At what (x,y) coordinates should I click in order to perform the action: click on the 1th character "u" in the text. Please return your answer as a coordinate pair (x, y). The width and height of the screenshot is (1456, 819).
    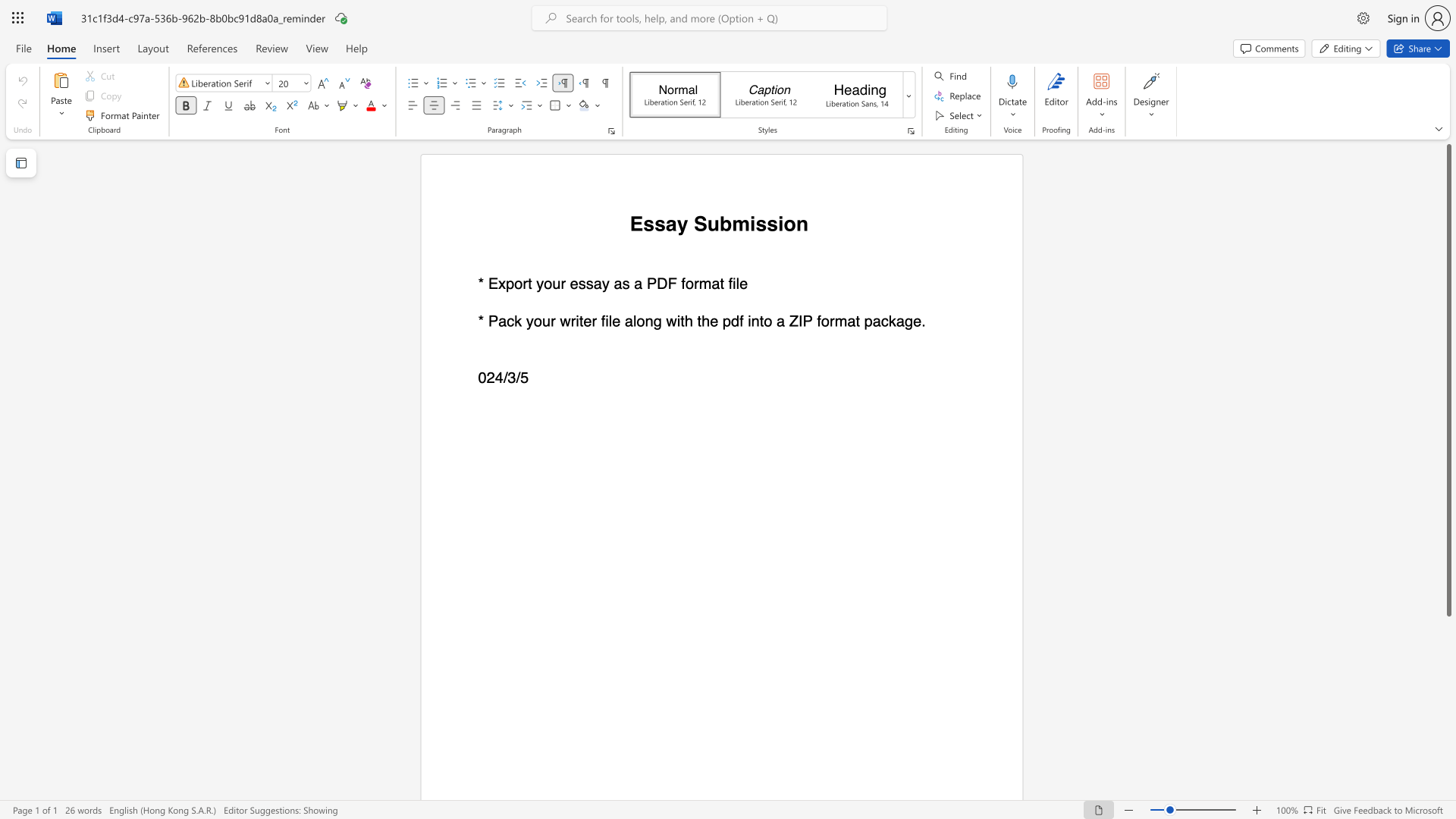
    Looking at the image, I should click on (555, 284).